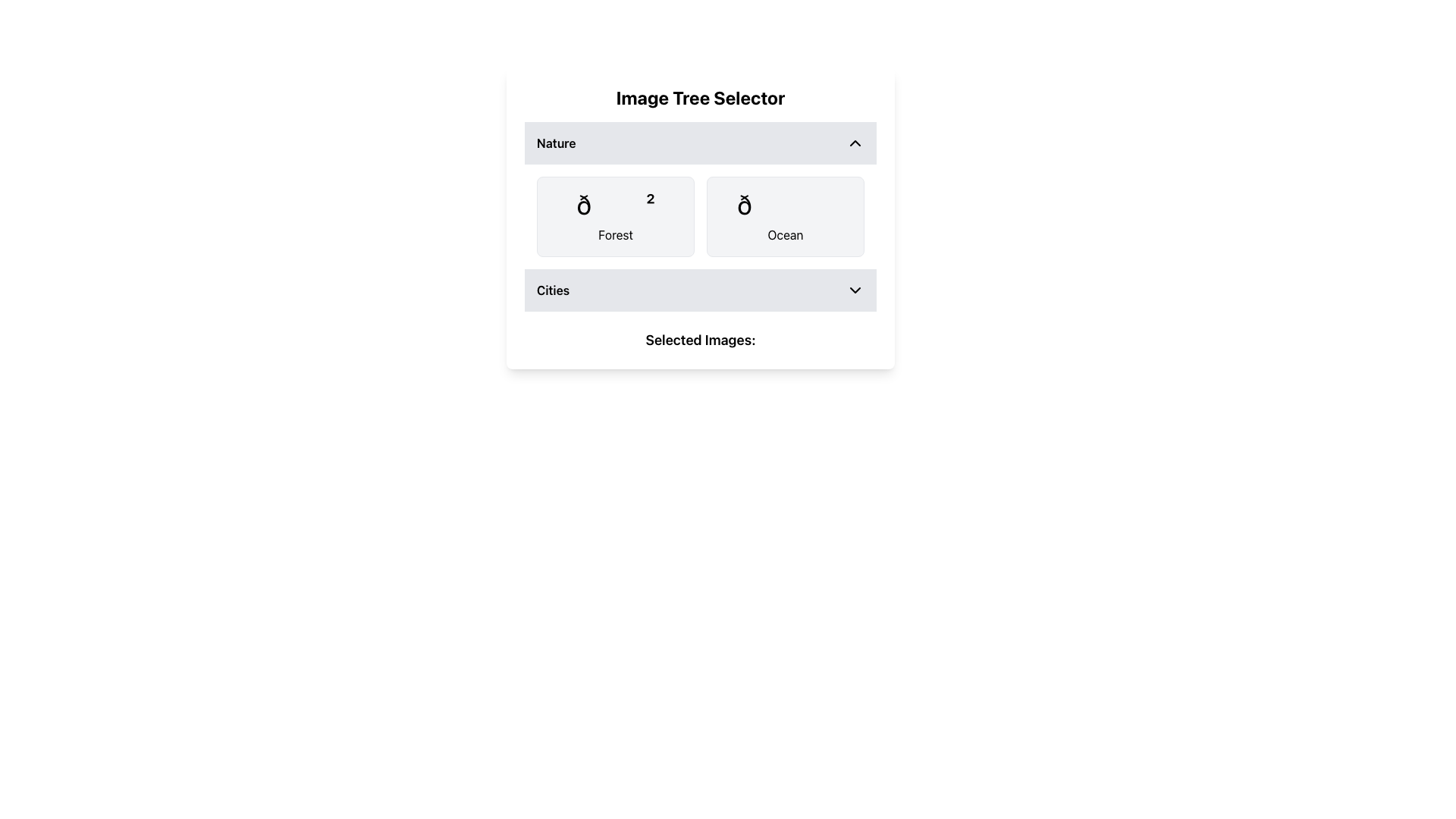 This screenshot has height=819, width=1456. What do you see at coordinates (786, 234) in the screenshot?
I see `the text label displaying 'Ocean' in bold black font` at bounding box center [786, 234].